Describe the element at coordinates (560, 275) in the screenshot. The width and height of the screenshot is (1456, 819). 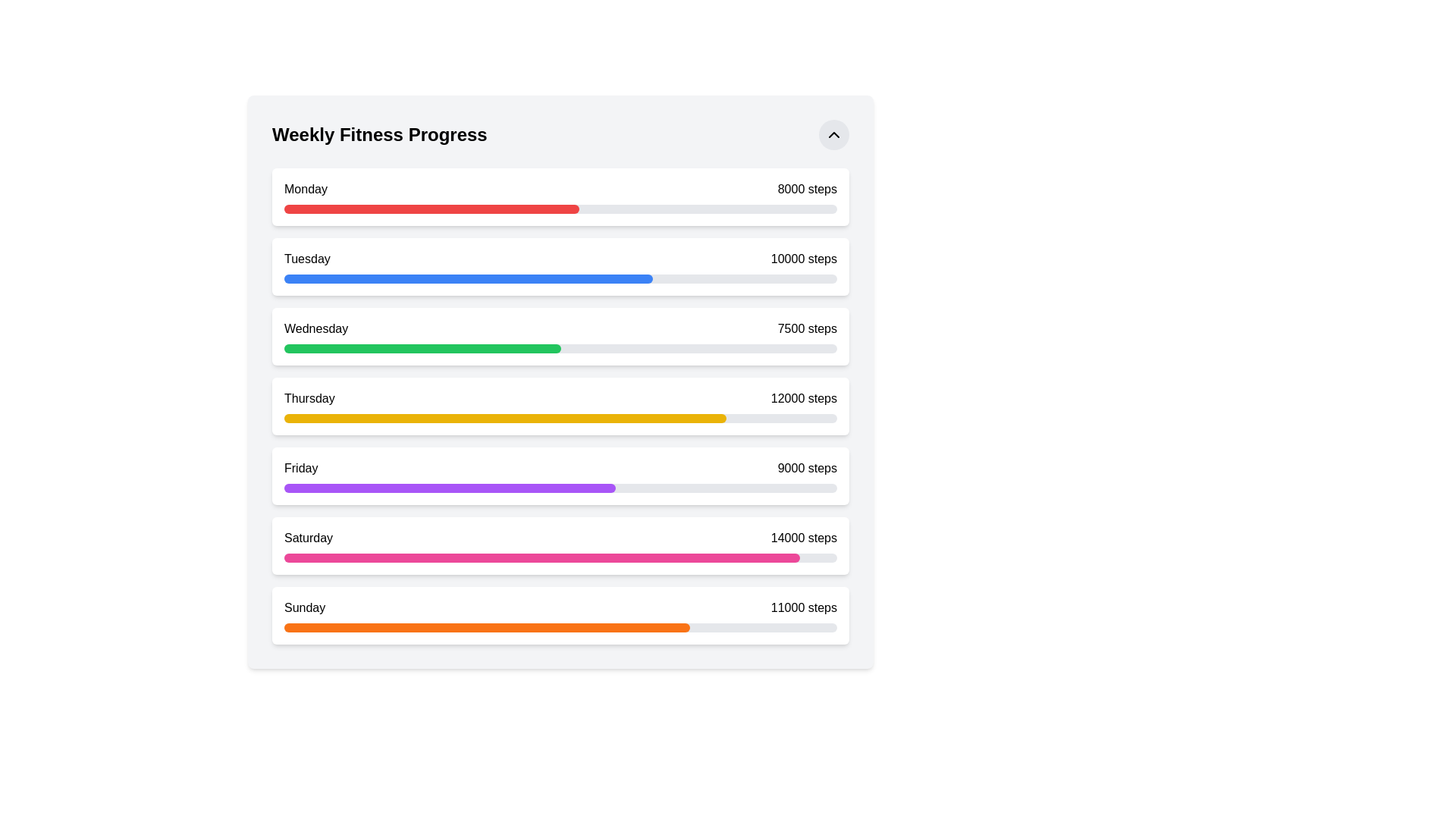
I see `the progress bar indicating steps taken for 'Tuesday', located below the text 'Tuesday' and '10000 steps', as the second item in the list of progress indicators` at that location.